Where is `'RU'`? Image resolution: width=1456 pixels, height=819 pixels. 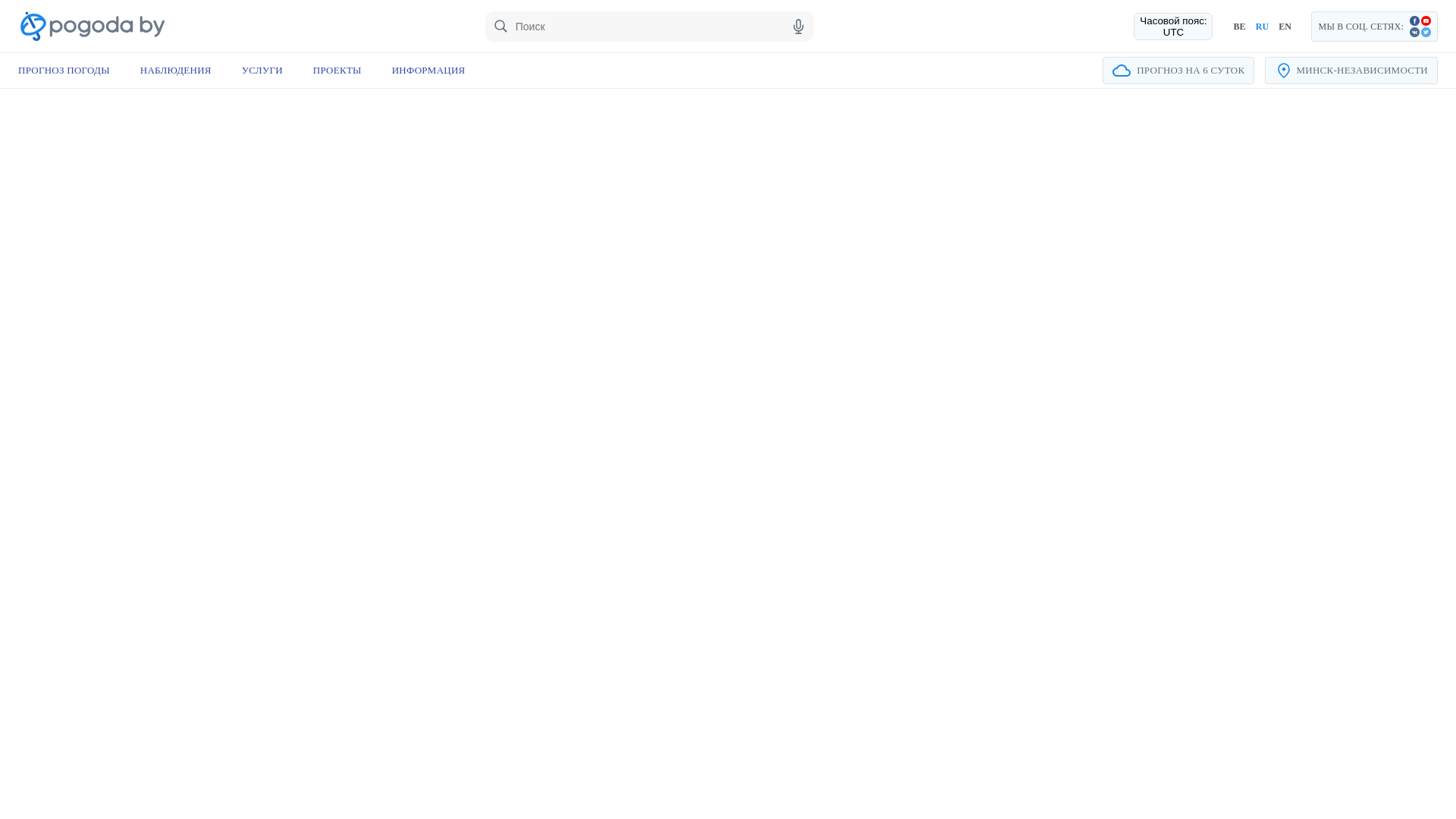 'RU' is located at coordinates (1262, 26).